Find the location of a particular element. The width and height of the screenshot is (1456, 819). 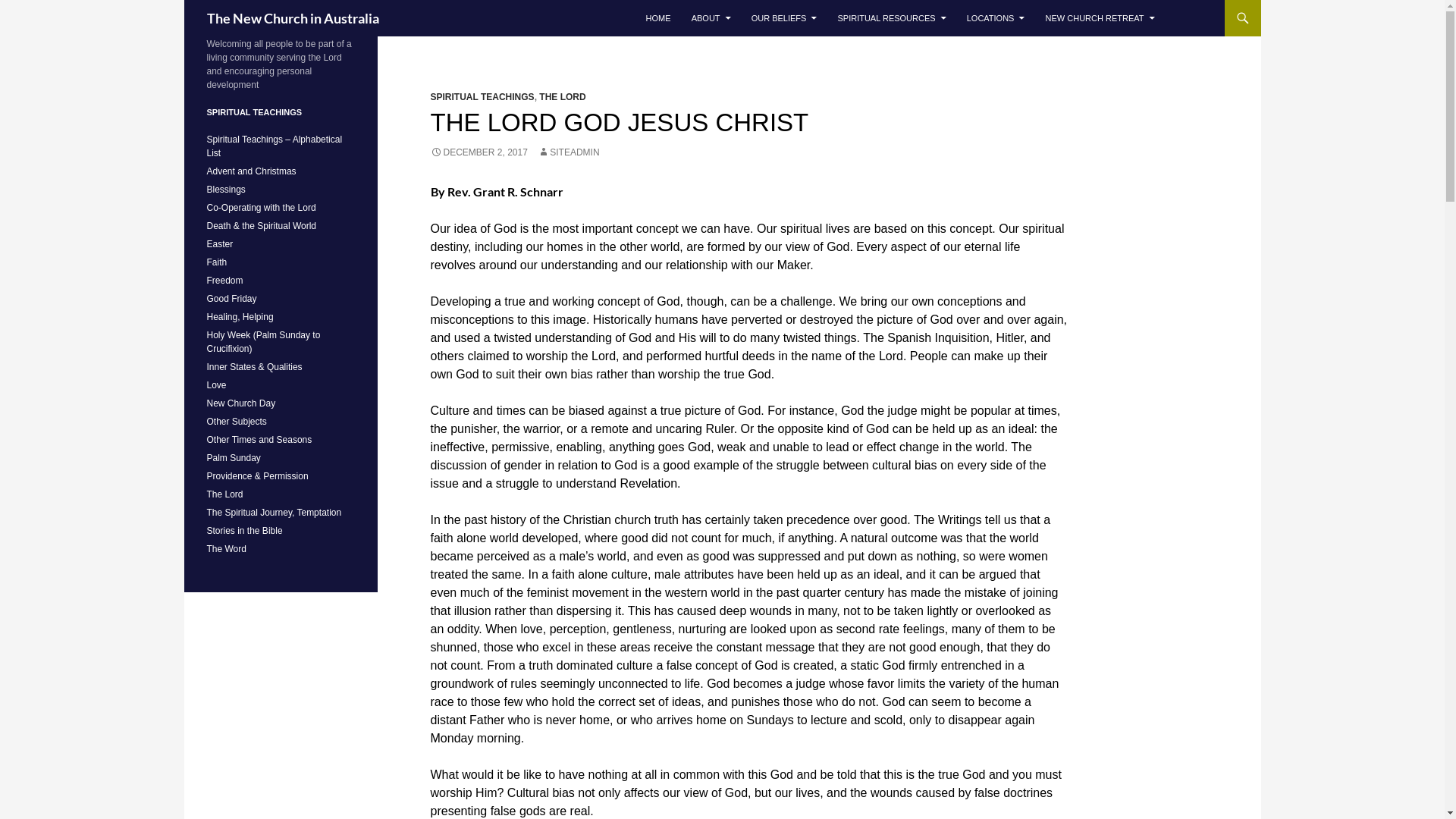

'Stories in the Bible' is located at coordinates (243, 529).